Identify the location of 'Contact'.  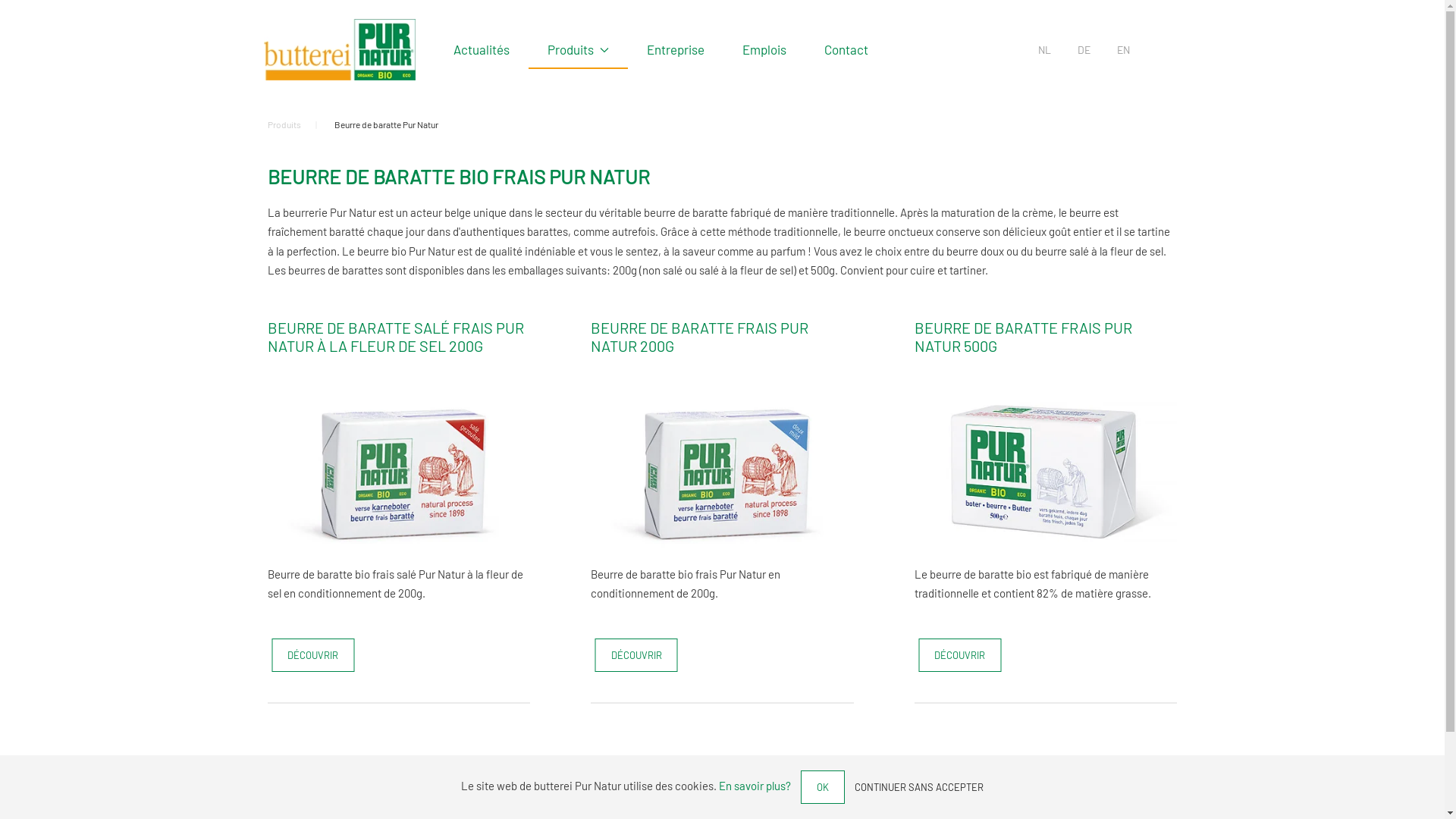
(846, 49).